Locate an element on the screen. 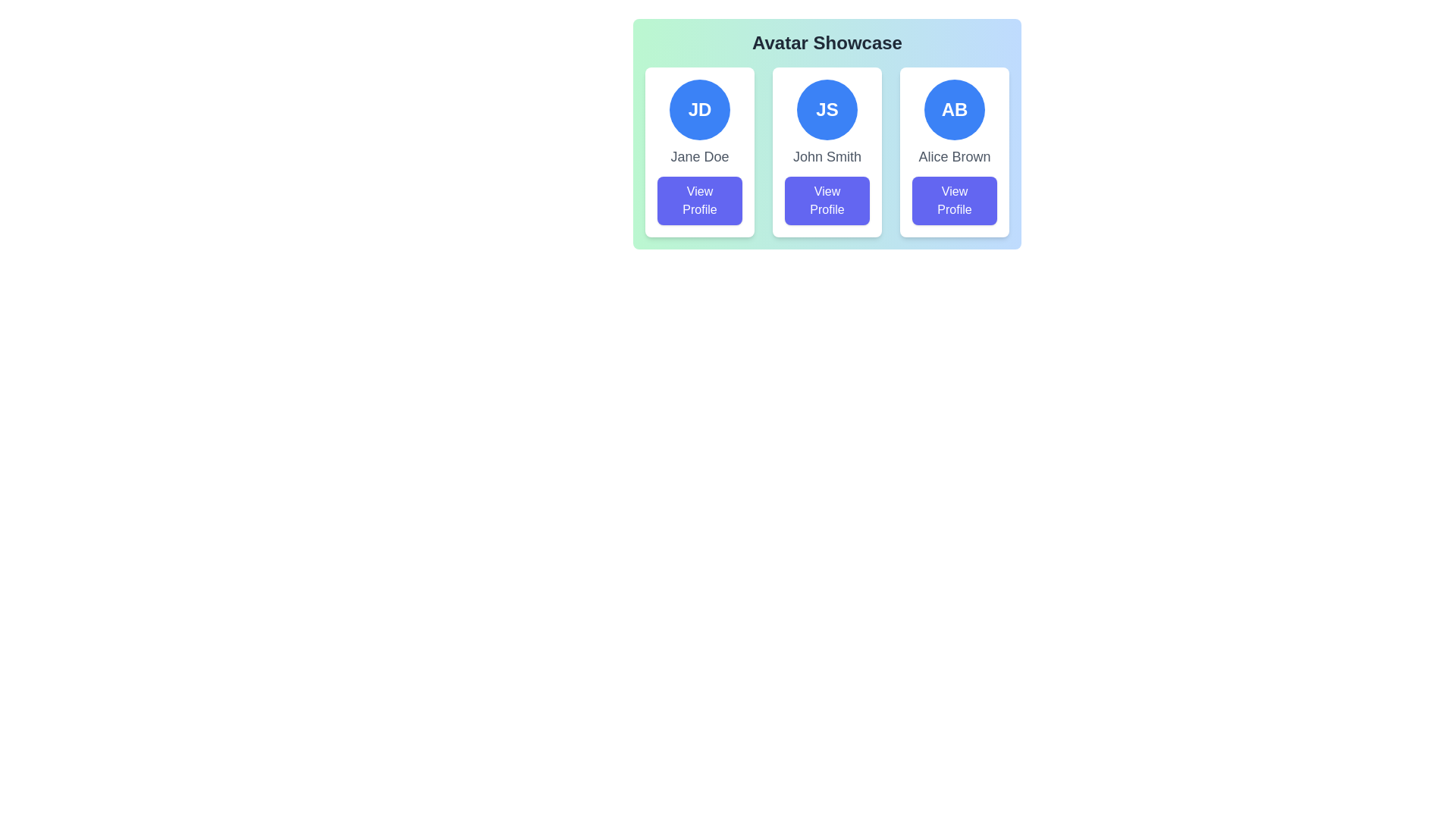 Image resolution: width=1456 pixels, height=819 pixels. the text label displaying 'Jane Doe', which is styled with a medium-sized gray font and positioned between the avatar 'JD' and the 'View Profile' button is located at coordinates (698, 157).